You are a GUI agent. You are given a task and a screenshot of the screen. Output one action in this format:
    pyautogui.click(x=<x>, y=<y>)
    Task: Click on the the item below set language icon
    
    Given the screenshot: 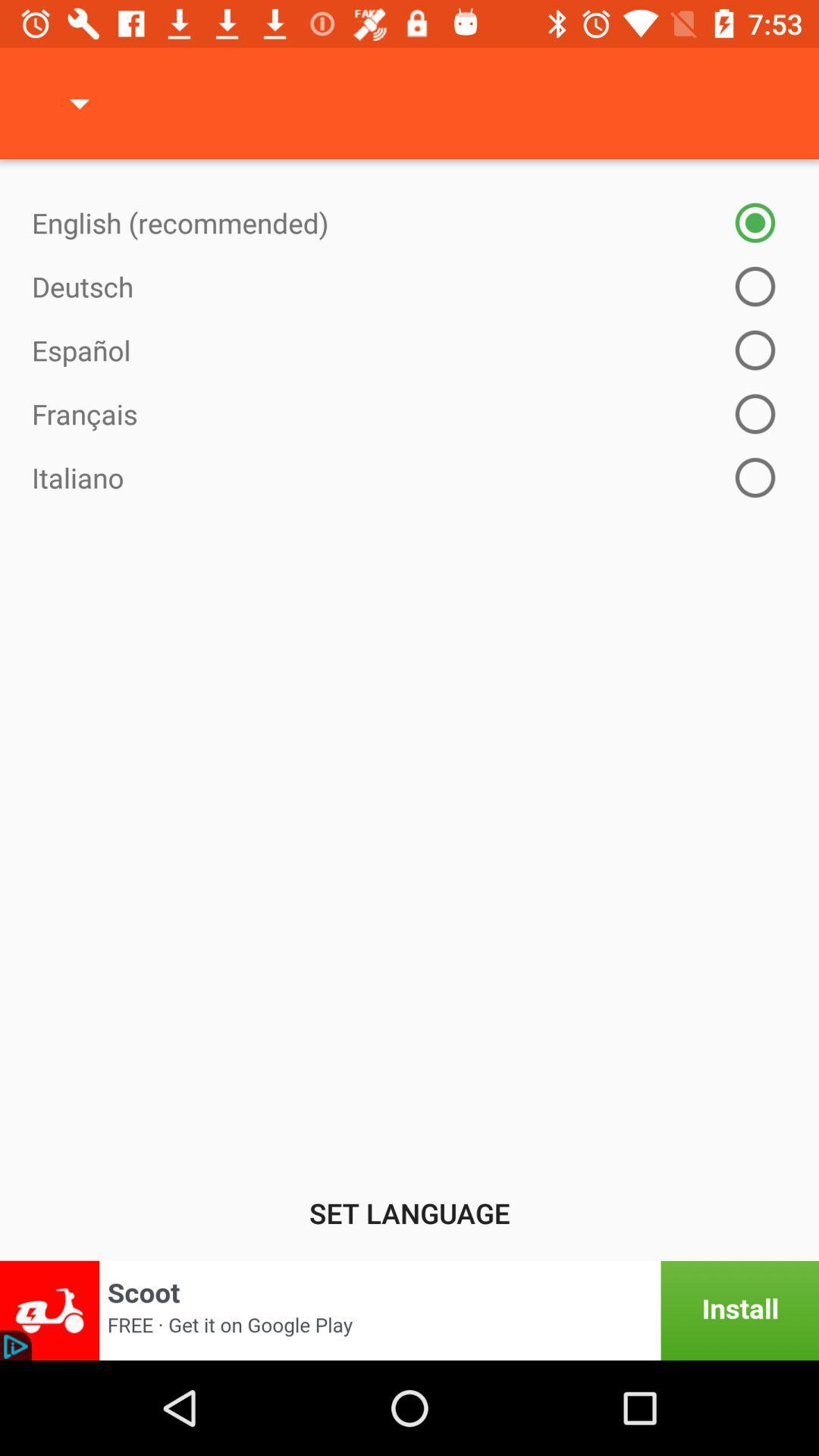 What is the action you would take?
    pyautogui.click(x=409, y=1310)
    